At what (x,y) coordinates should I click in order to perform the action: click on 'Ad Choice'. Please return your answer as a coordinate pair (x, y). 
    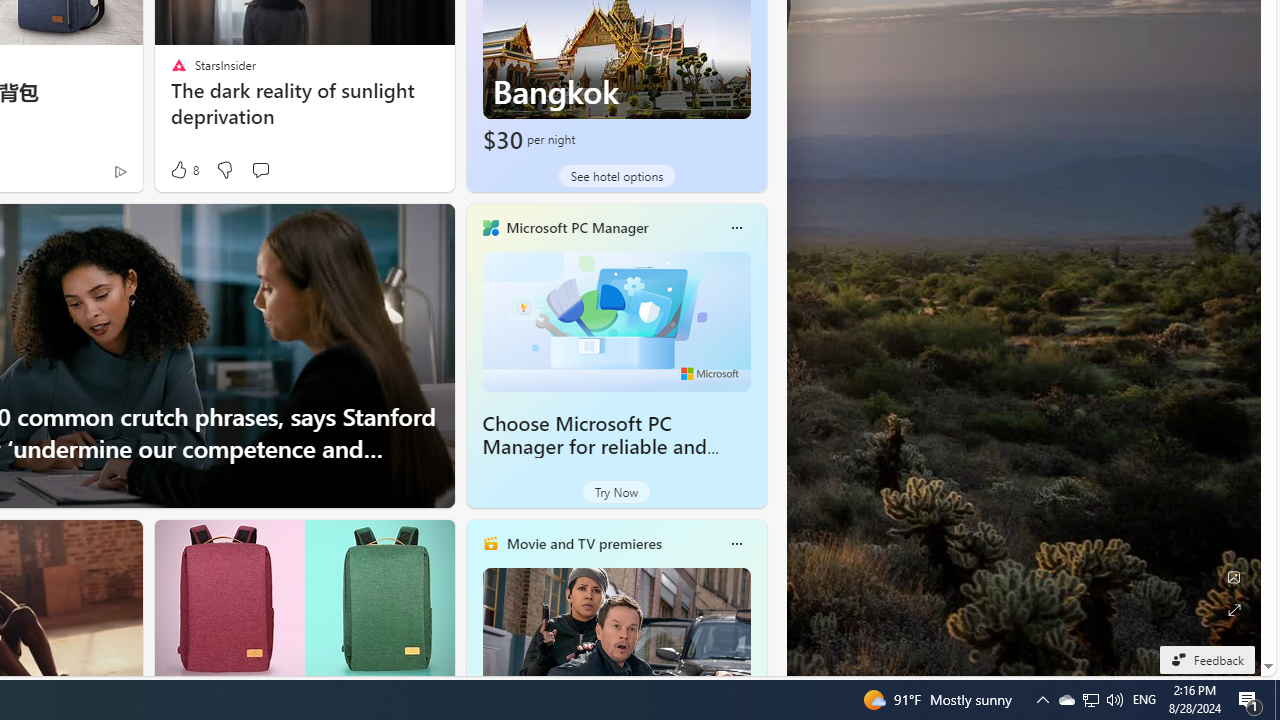
    Looking at the image, I should click on (119, 170).